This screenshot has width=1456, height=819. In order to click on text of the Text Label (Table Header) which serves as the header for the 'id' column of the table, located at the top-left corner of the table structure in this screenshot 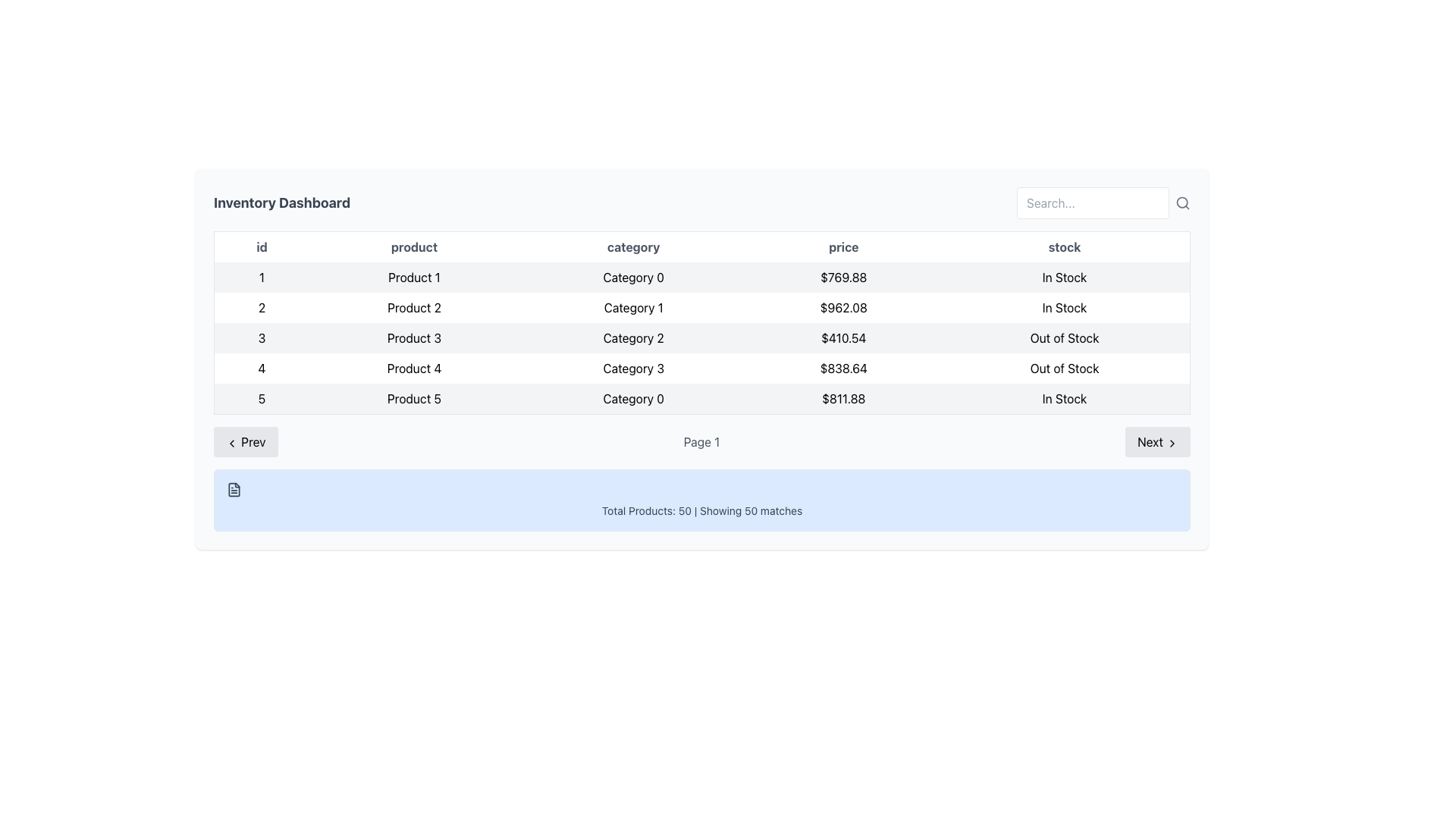, I will do `click(262, 246)`.